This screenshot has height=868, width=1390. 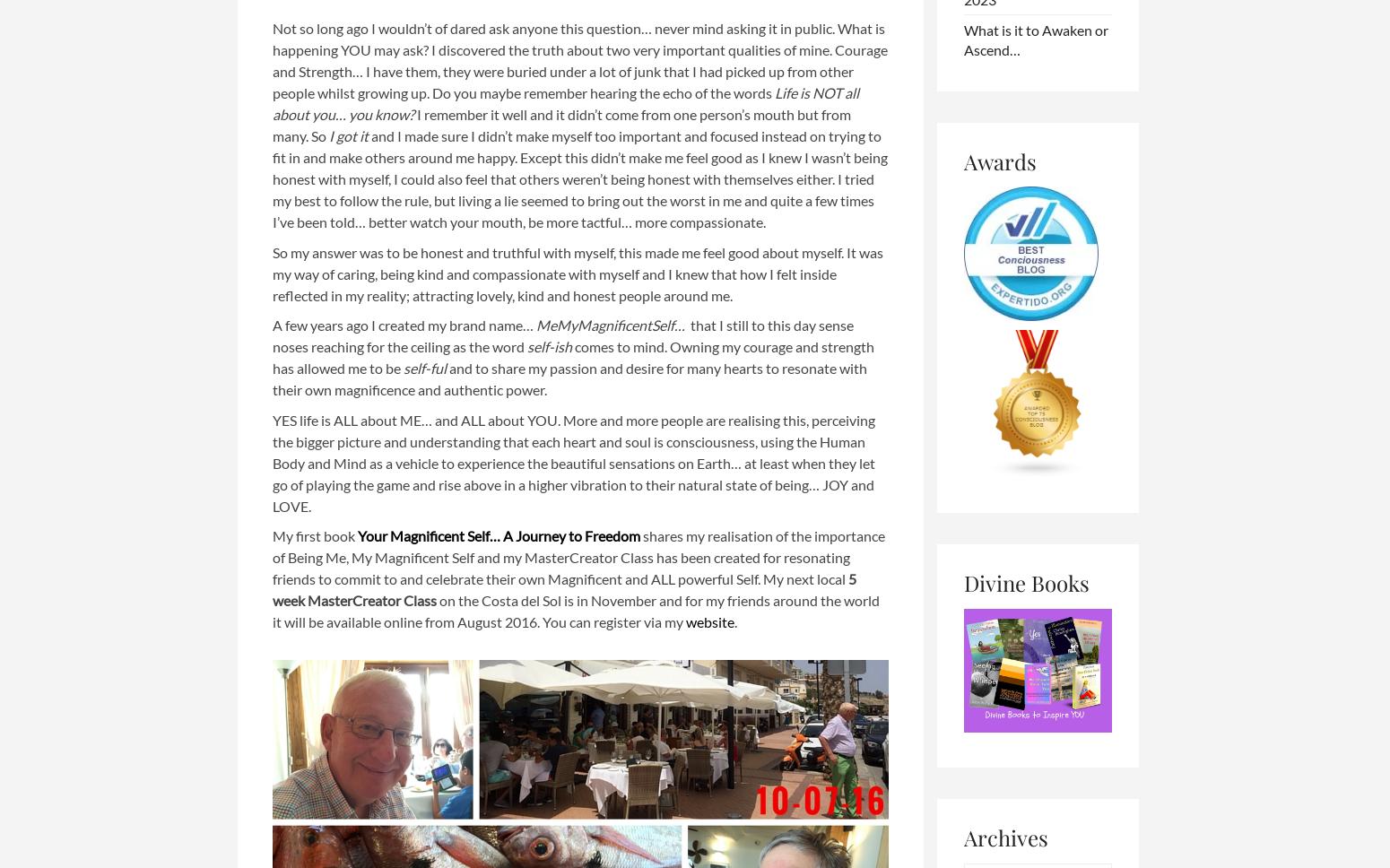 What do you see at coordinates (734, 621) in the screenshot?
I see `'.'` at bounding box center [734, 621].